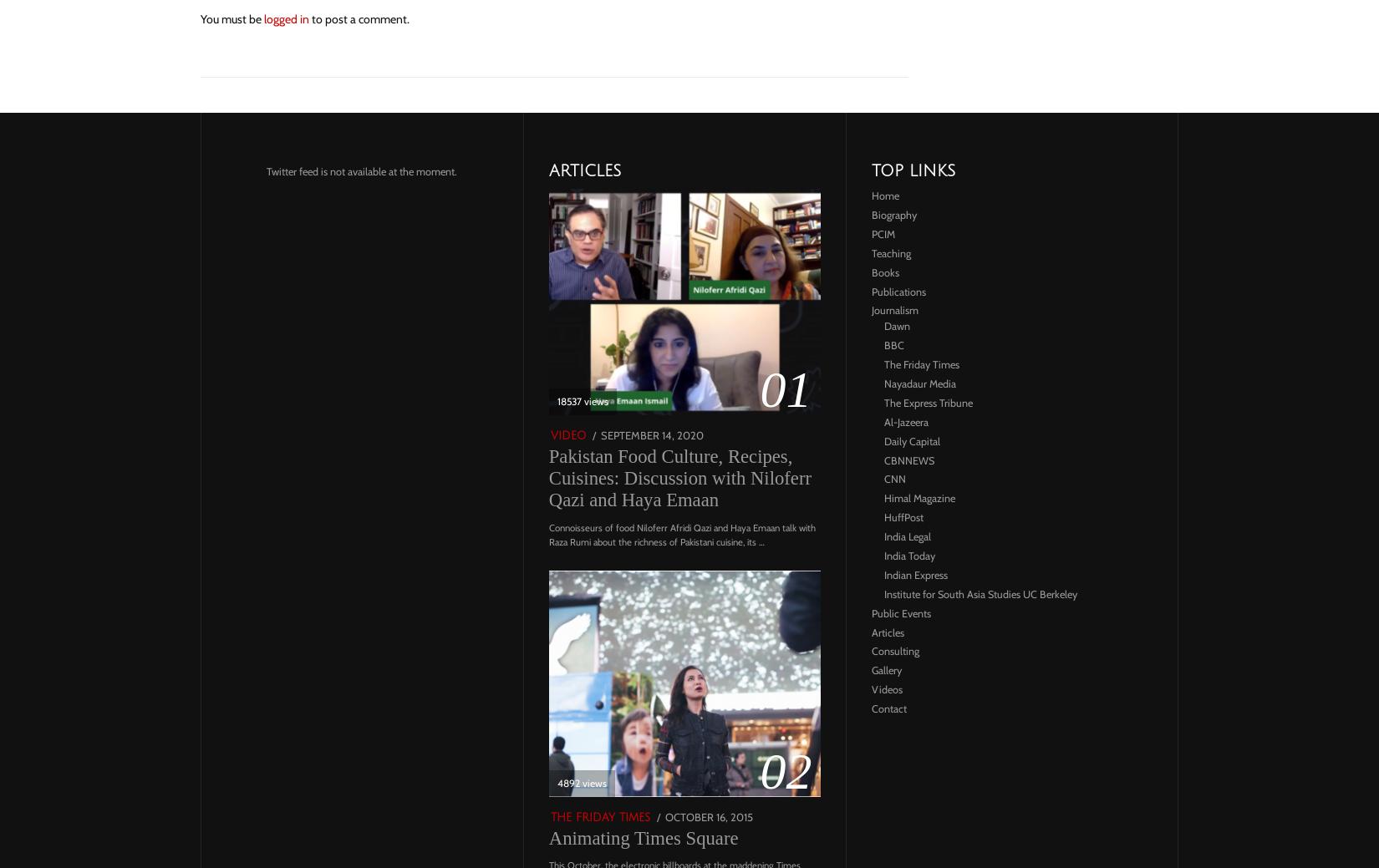 The width and height of the screenshot is (1379, 868). Describe the element at coordinates (896, 325) in the screenshot. I see `'Dawn'` at that location.